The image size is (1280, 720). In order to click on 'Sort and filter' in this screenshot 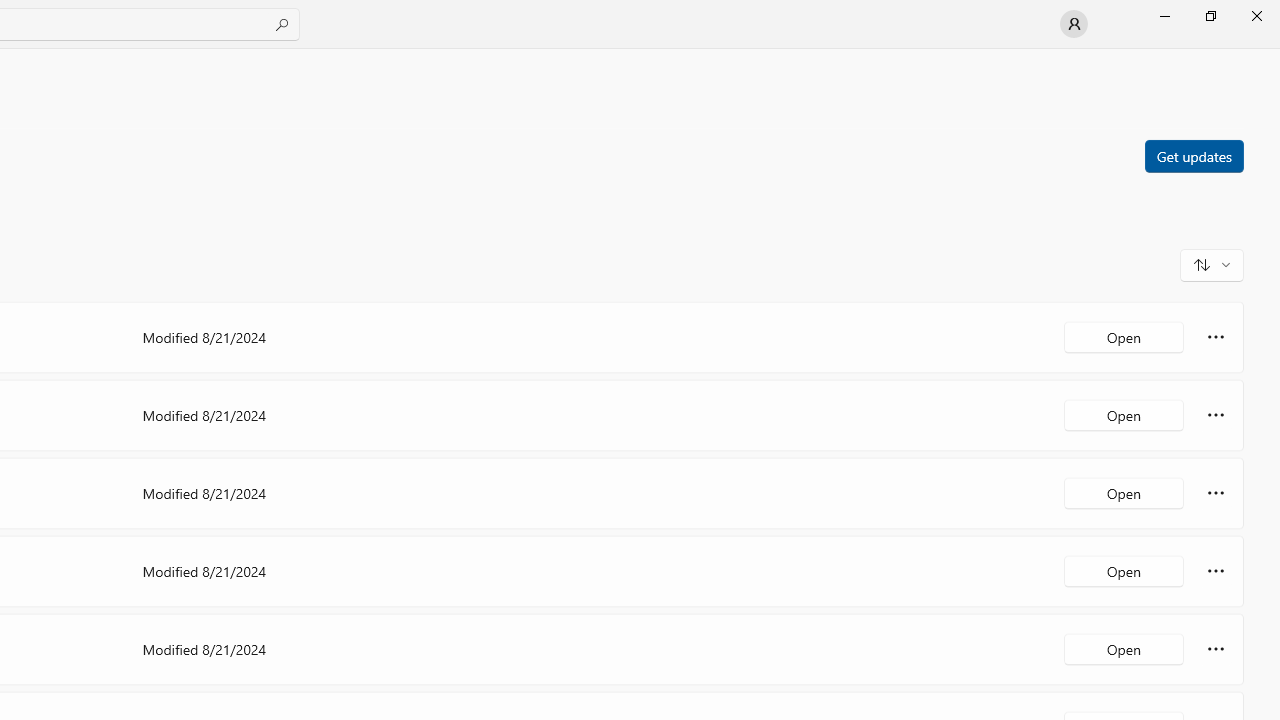, I will do `click(1211, 263)`.